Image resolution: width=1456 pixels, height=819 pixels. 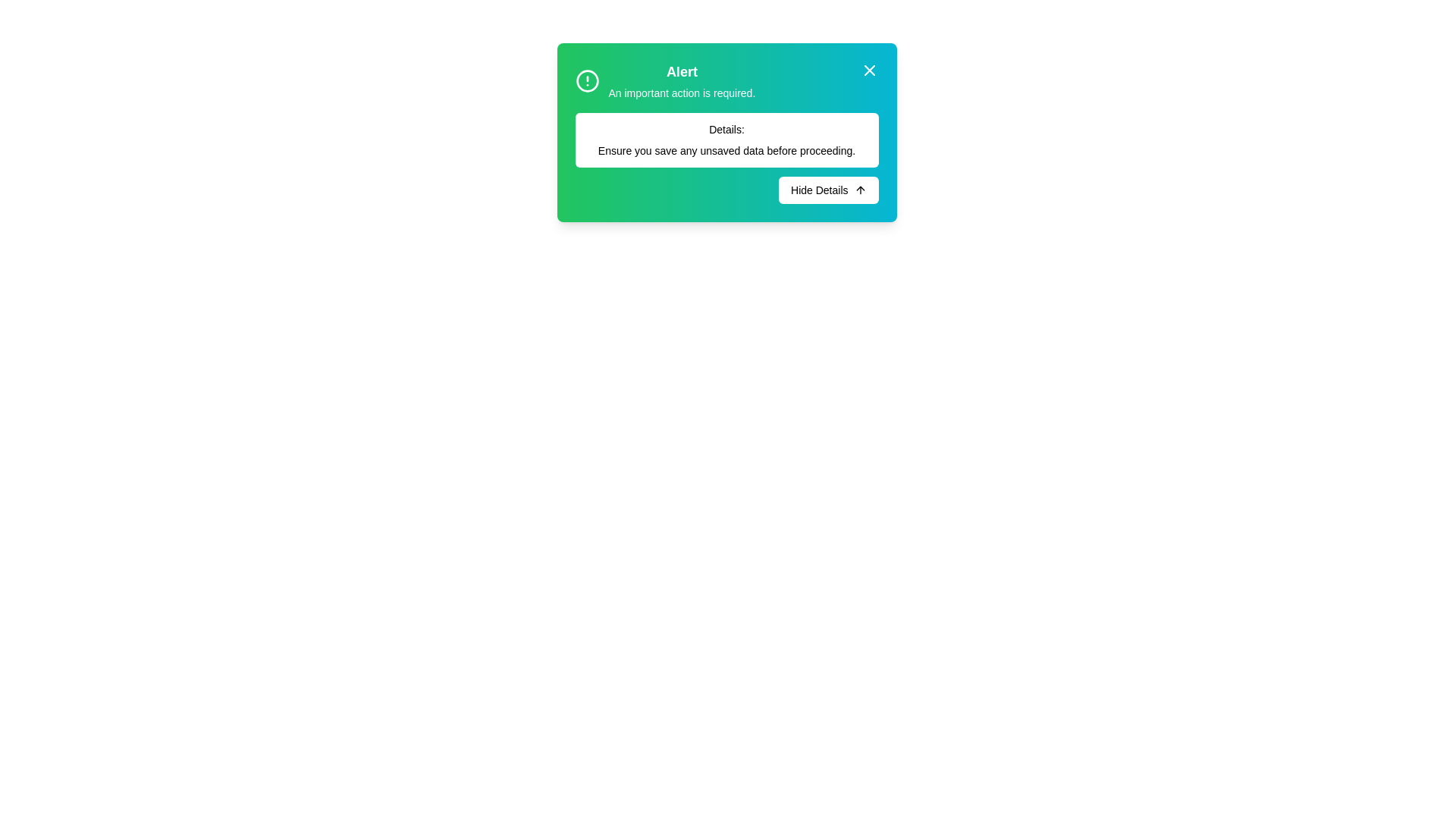 I want to click on the Notification header labeled 'Alert' which has an accompanying exclamation mark icon and is positioned above the 'Details' section, so click(x=665, y=81).